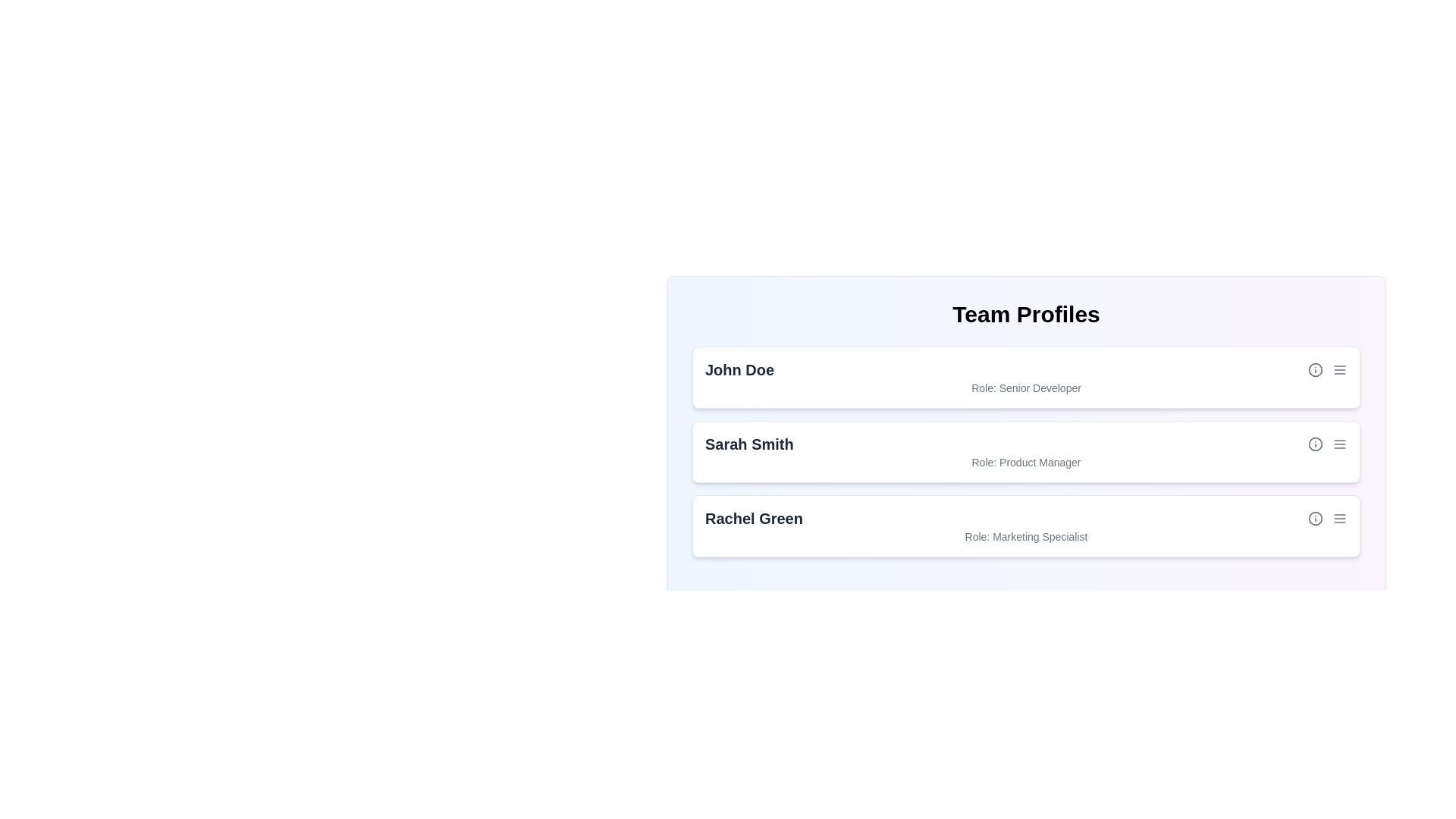  I want to click on the text element displaying the role of the individual, located between 'John Doe' and 'Rachel Green' in the 'Team Profiles' area, directly below 'Sarah Smith', so click(1026, 461).